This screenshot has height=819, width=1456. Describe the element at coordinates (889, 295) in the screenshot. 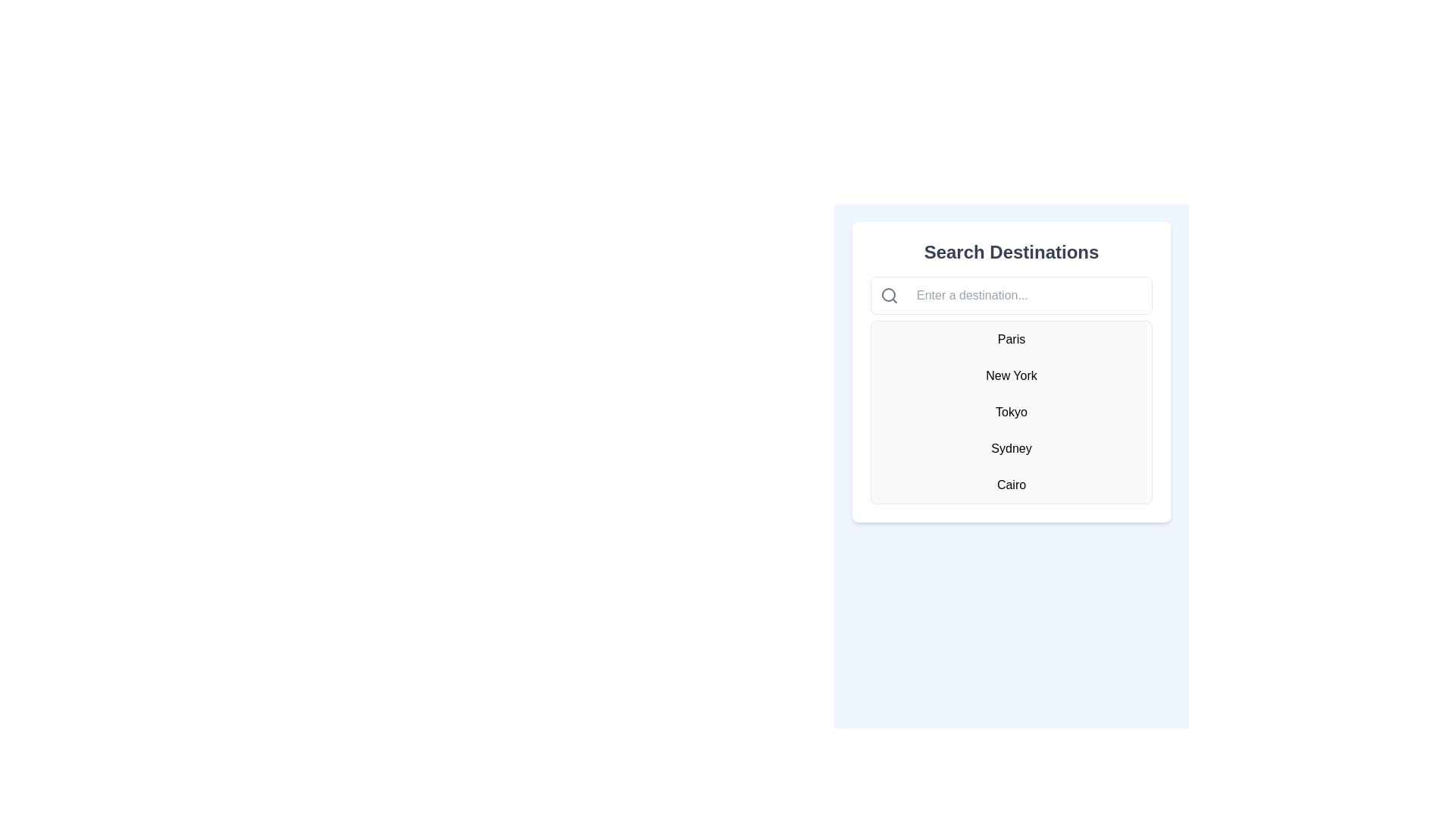

I see `the magnifying glass icon located at the top-left section within the input field labeled 'Enter a destination...', which is recognizable by its circular outline and gray color` at that location.